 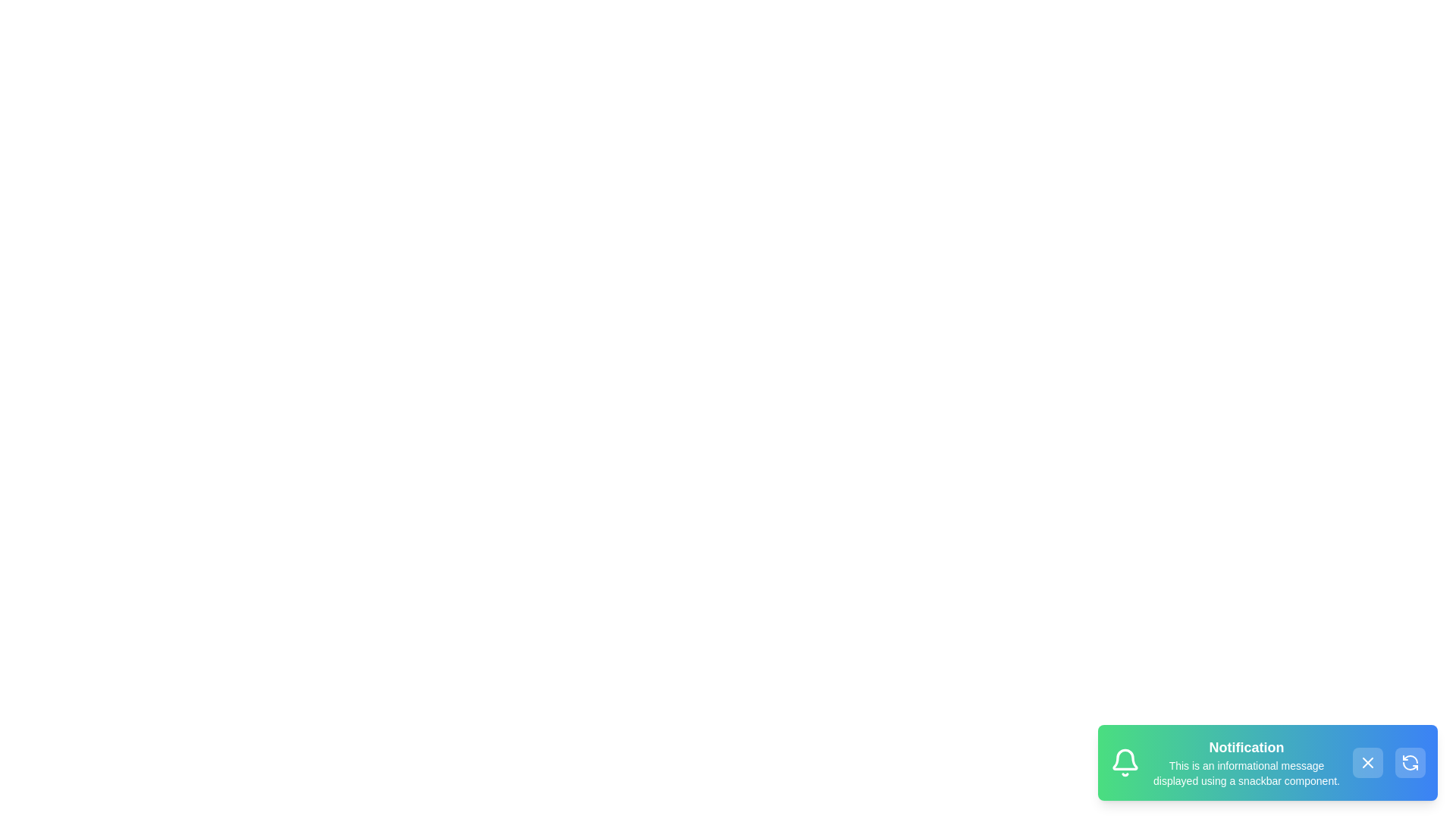 What do you see at coordinates (1410, 763) in the screenshot?
I see `the refresh button to reactivate the snackbar notification` at bounding box center [1410, 763].